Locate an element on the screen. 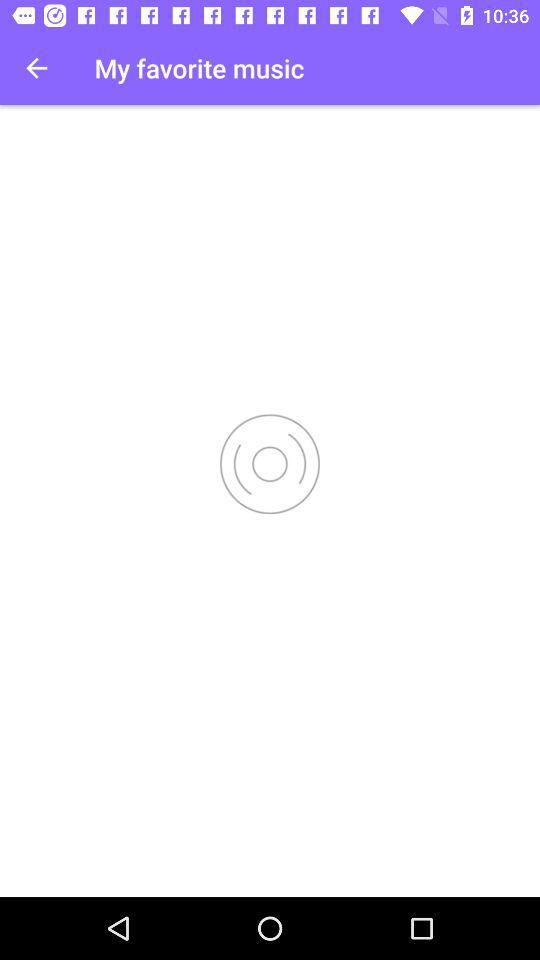 This screenshot has width=540, height=960. the icon to the left of my favorite music item is located at coordinates (36, 68).